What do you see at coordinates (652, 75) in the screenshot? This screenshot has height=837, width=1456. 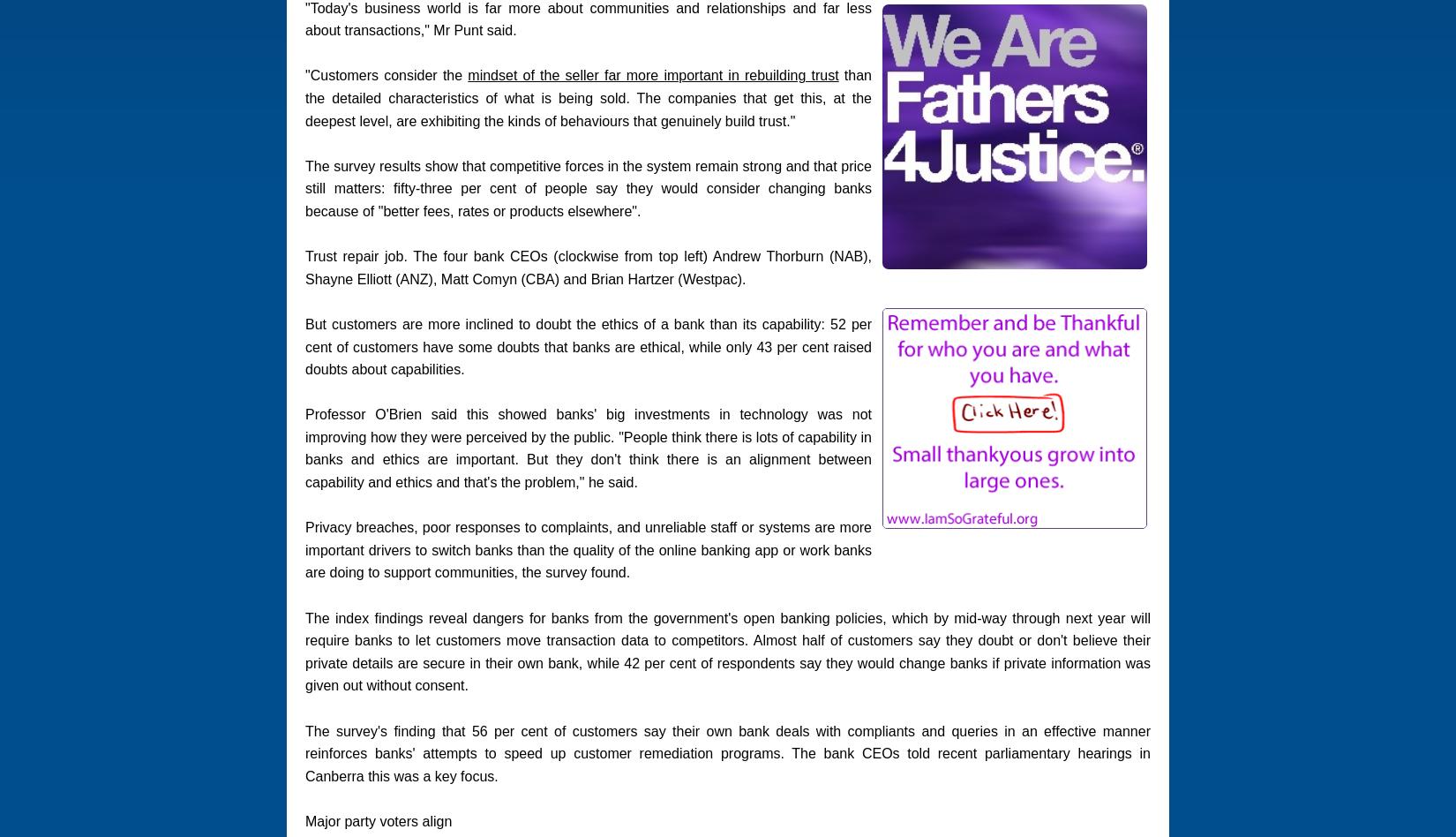 I see `'mindset of the seller far more important in rebuilding trust'` at bounding box center [652, 75].